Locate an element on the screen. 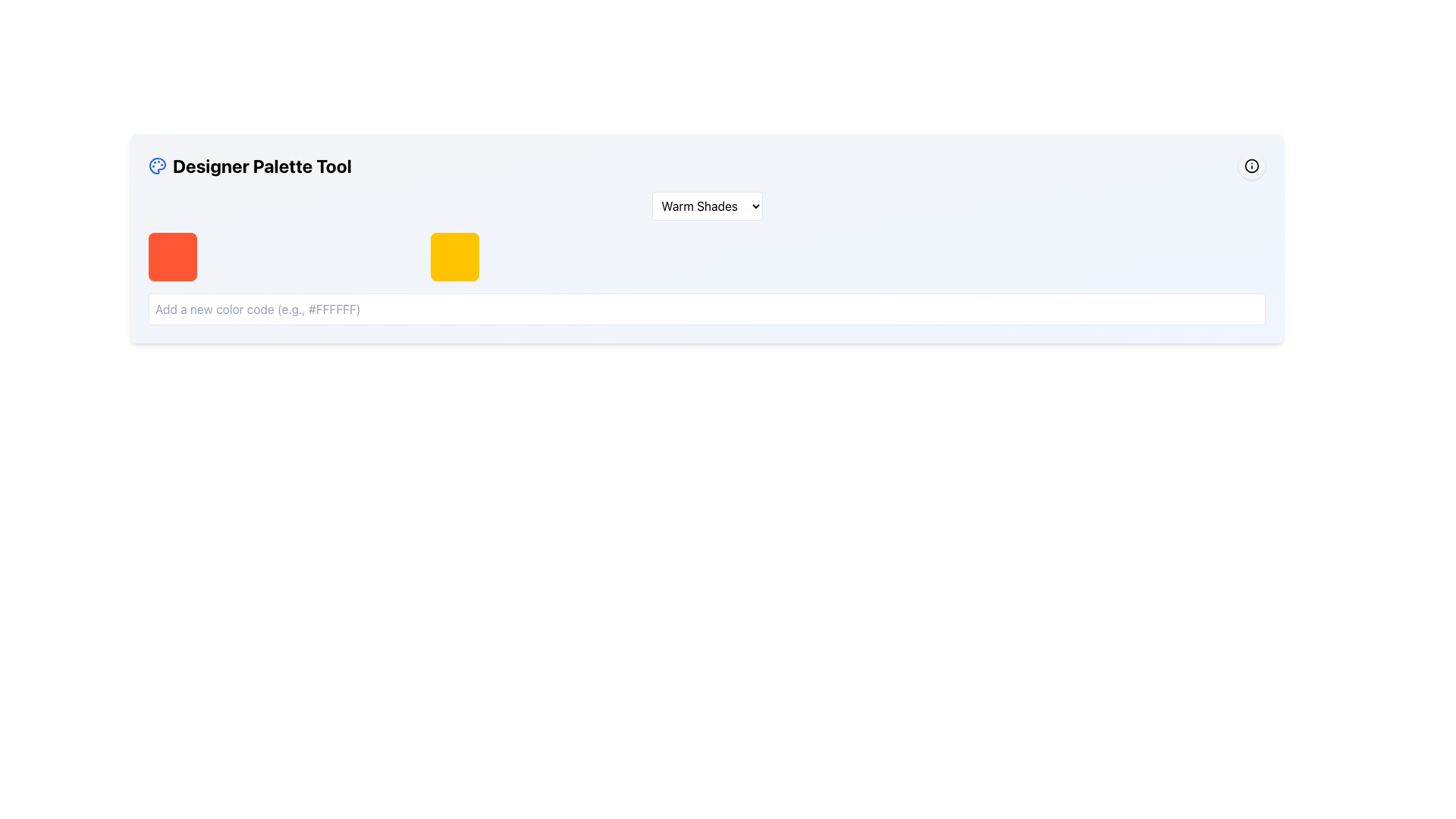  the dropdown menu within the 'Designer Palette Tool' is located at coordinates (706, 206).